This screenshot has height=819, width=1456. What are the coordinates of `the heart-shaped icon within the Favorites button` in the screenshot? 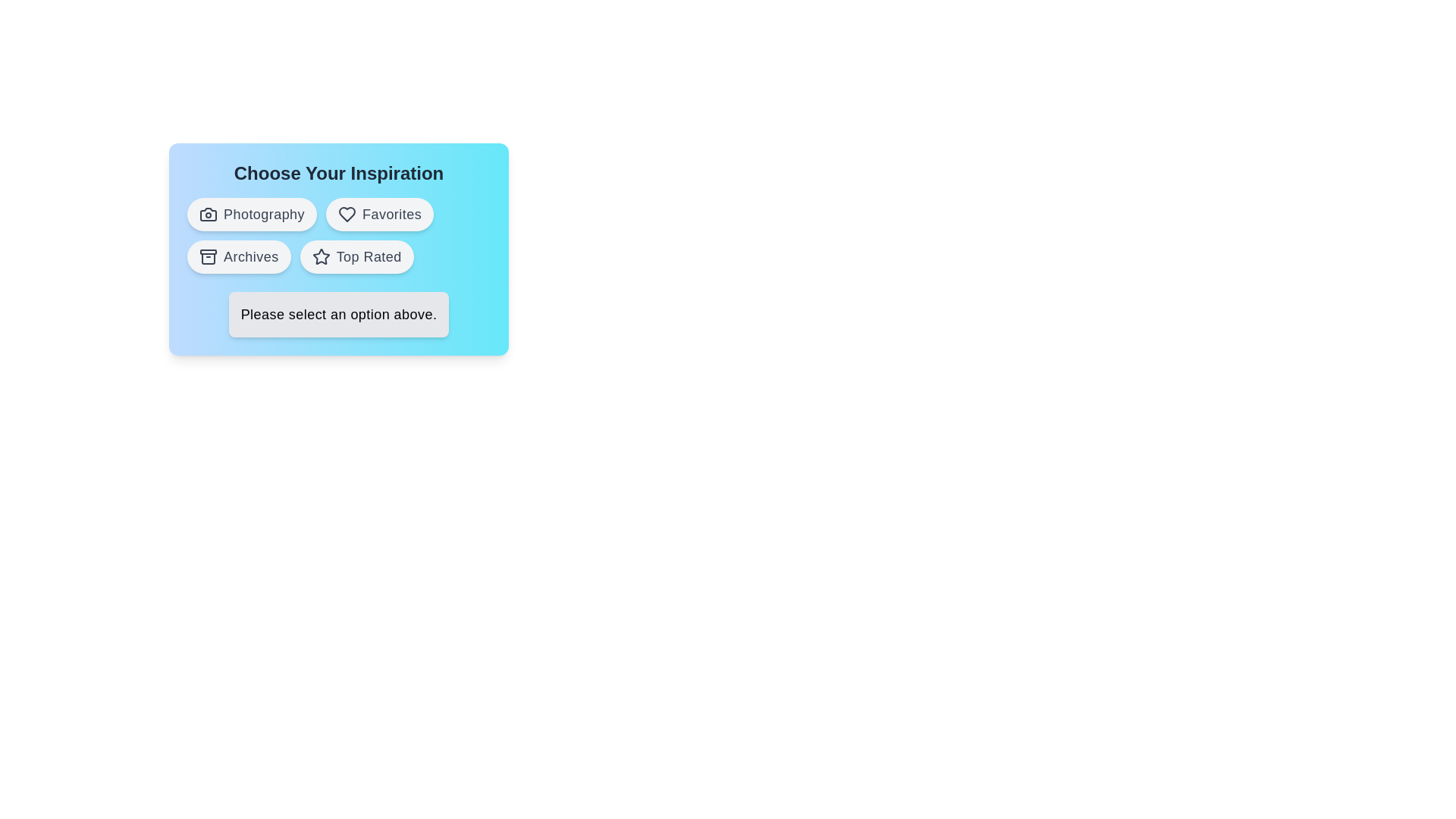 It's located at (347, 214).